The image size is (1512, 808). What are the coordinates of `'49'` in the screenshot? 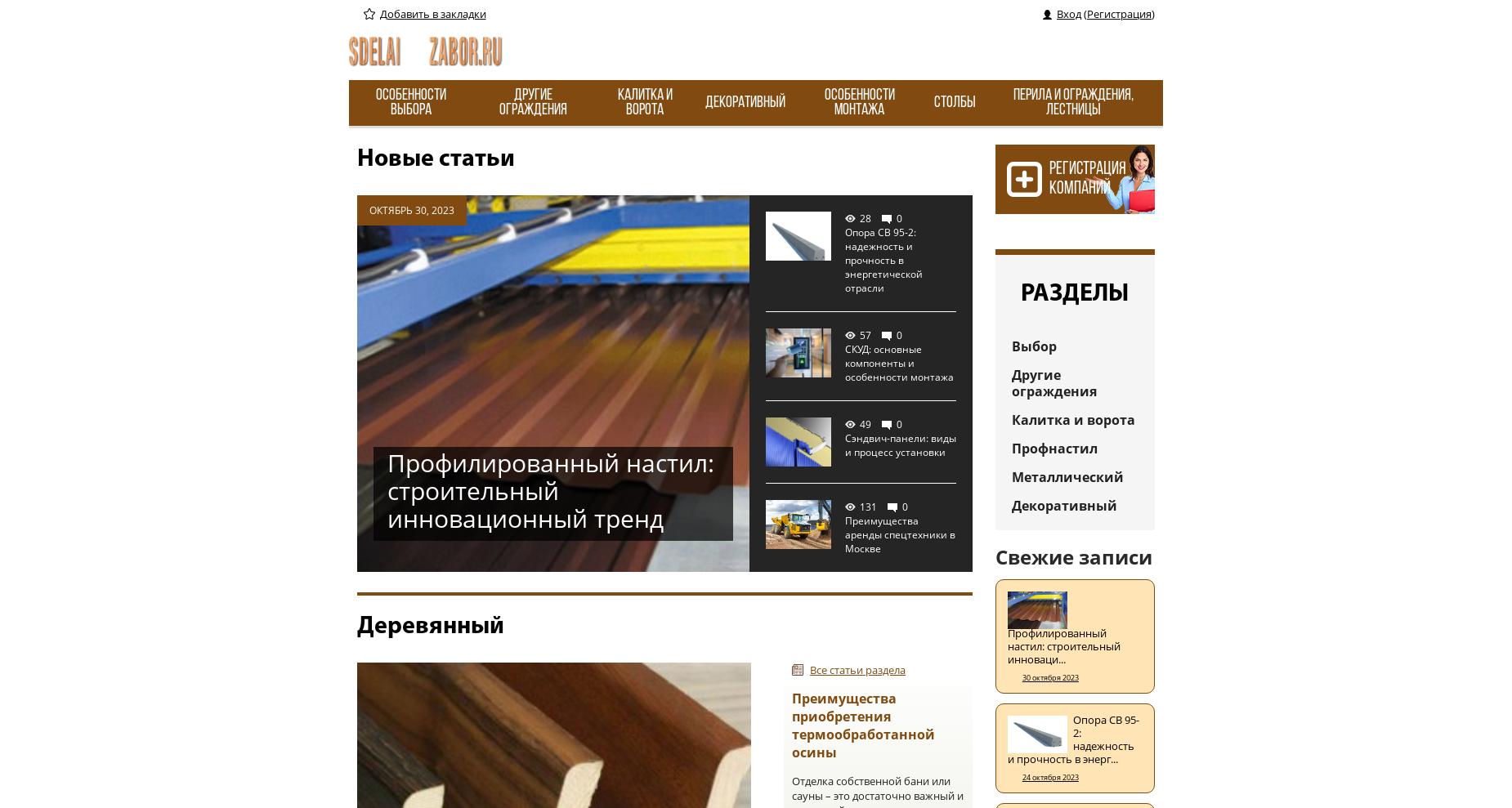 It's located at (864, 424).